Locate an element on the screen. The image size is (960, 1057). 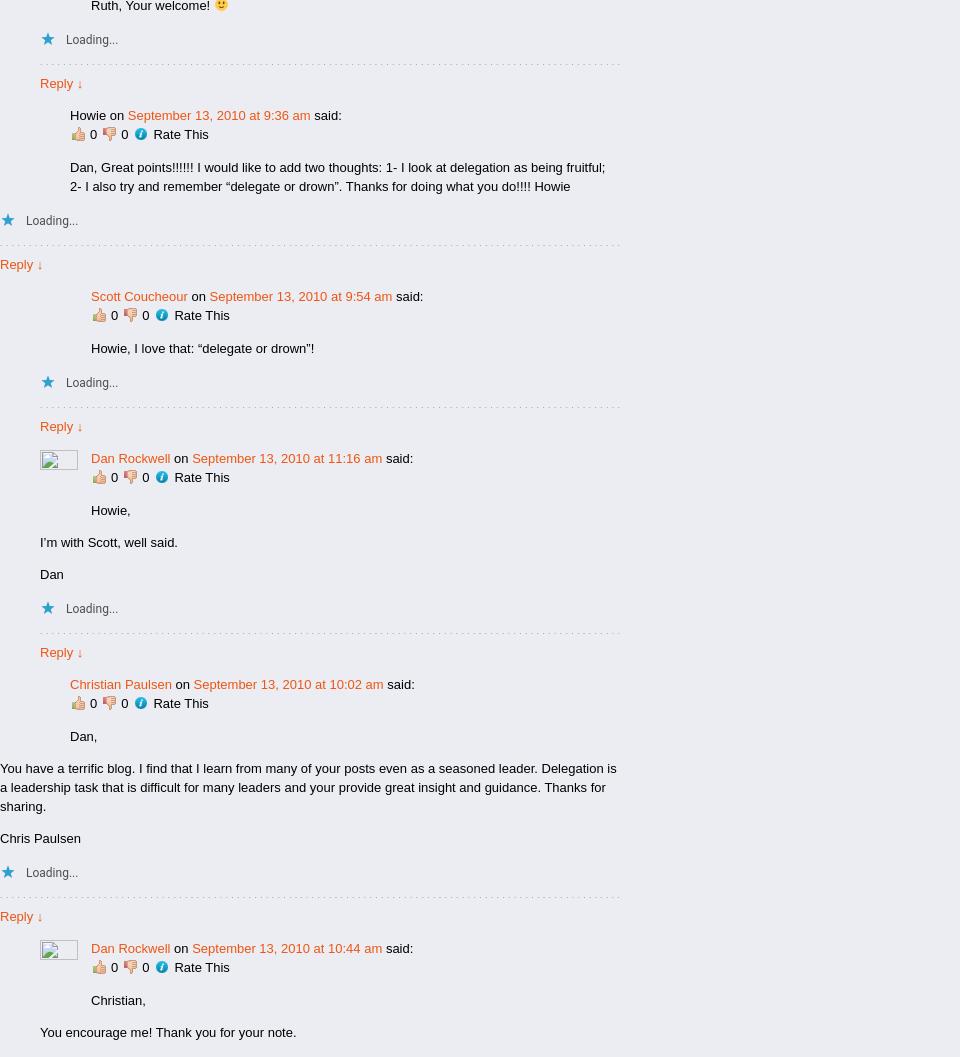
'You have a terrific blog.  I find that I learn from many of your posts even as a seasoned leader.  Delegation is a leadership task that is difficult for many leaders and your provide great insight and guidance.  Thanks for sharing.' is located at coordinates (307, 786).